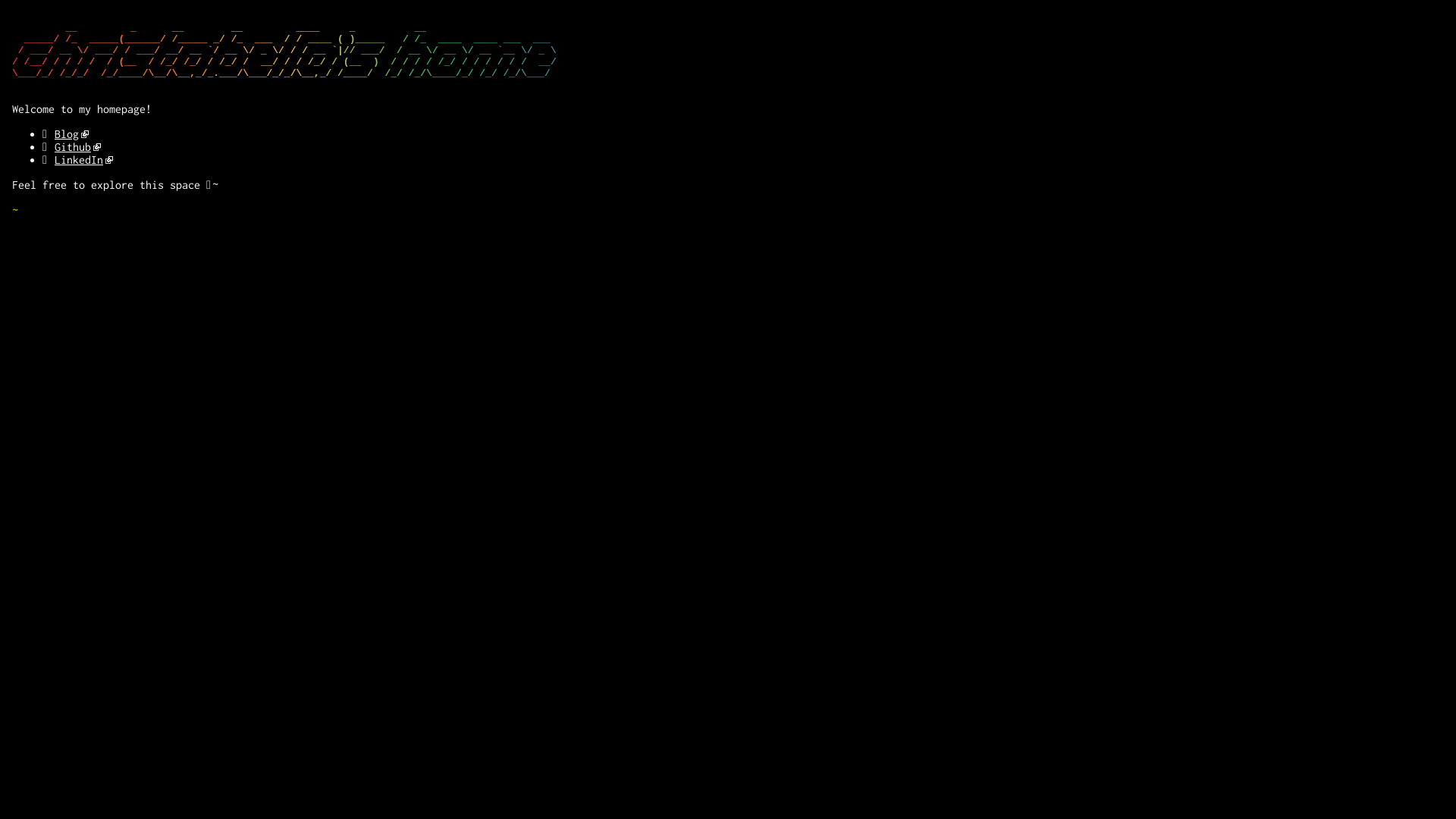  What do you see at coordinates (83, 159) in the screenshot?
I see `'LinkedIn'` at bounding box center [83, 159].